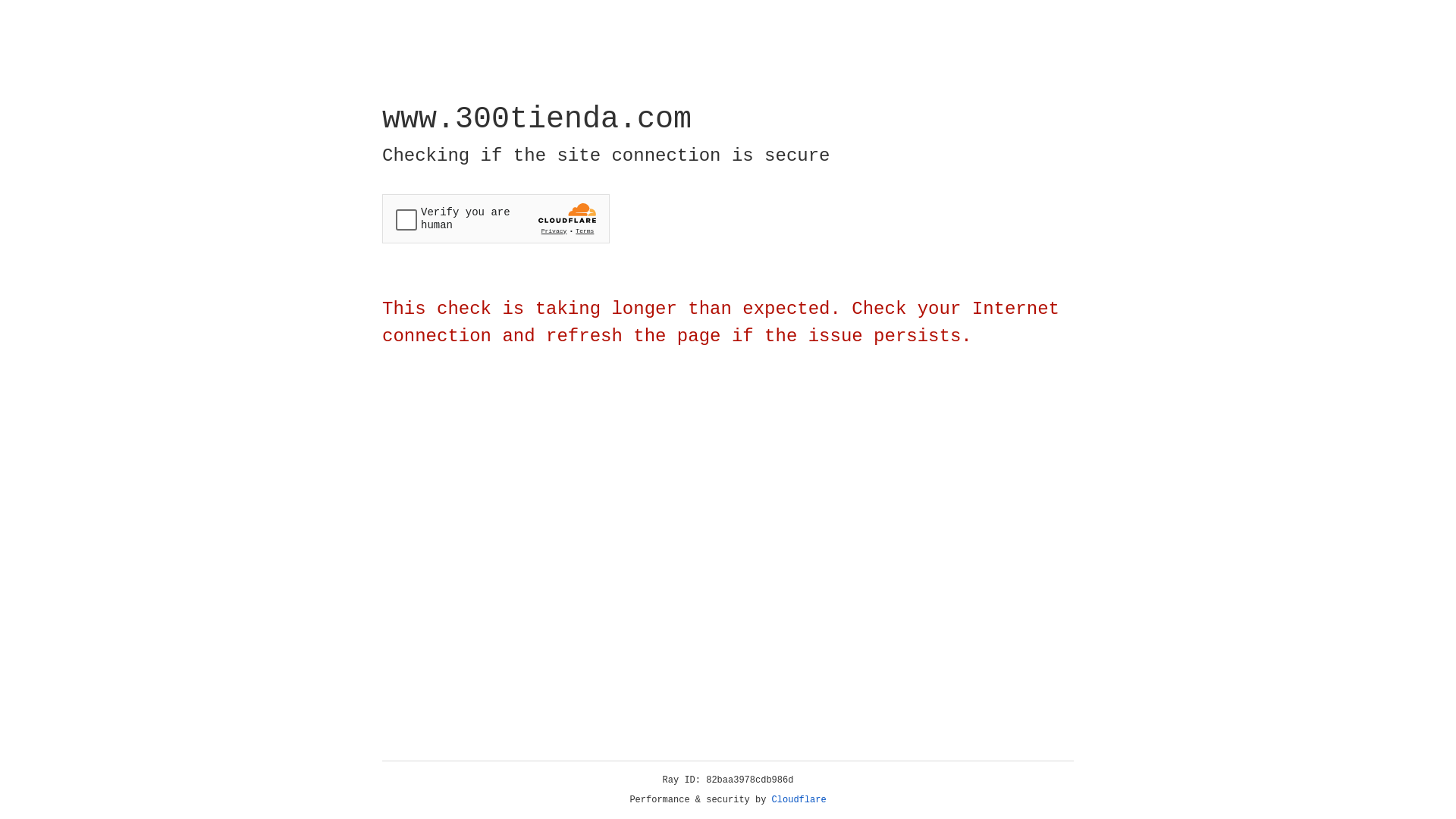  What do you see at coordinates (495, 218) in the screenshot?
I see `'Widget containing a Cloudflare security challenge'` at bounding box center [495, 218].